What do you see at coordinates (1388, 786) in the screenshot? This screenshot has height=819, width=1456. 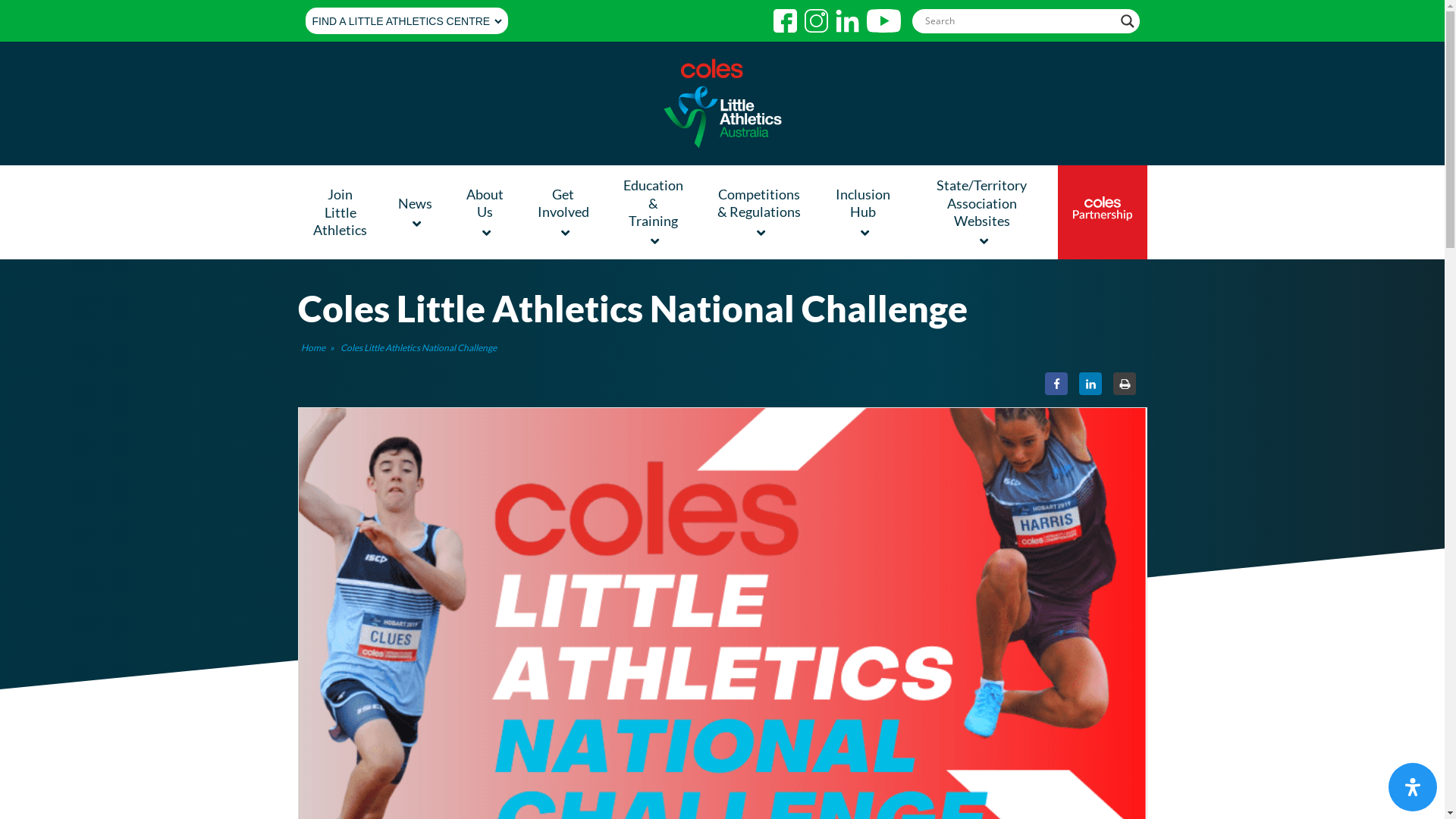 I see `'Accessibility'` at bounding box center [1388, 786].